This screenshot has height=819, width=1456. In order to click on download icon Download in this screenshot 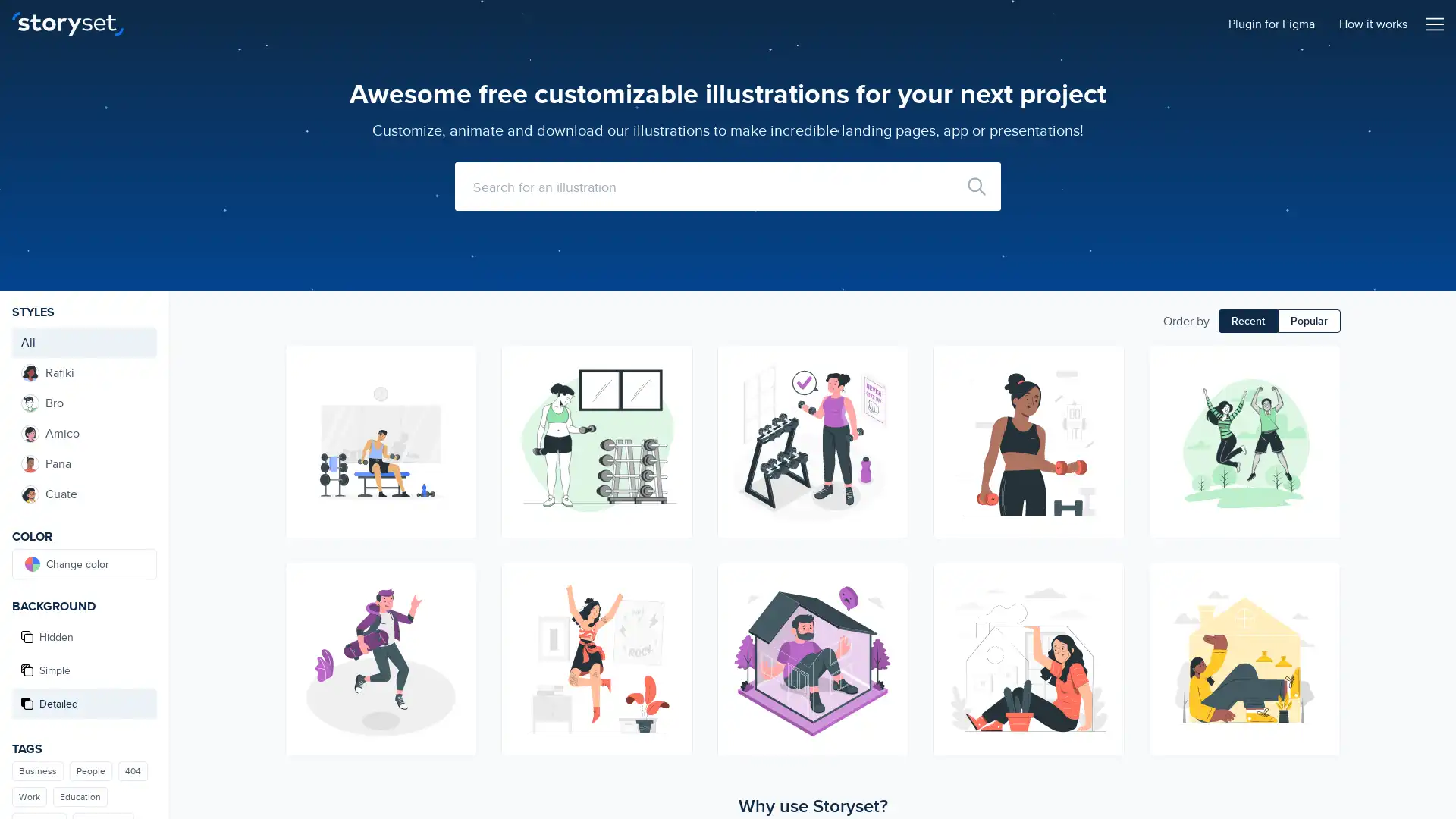, I will do `click(889, 391)`.